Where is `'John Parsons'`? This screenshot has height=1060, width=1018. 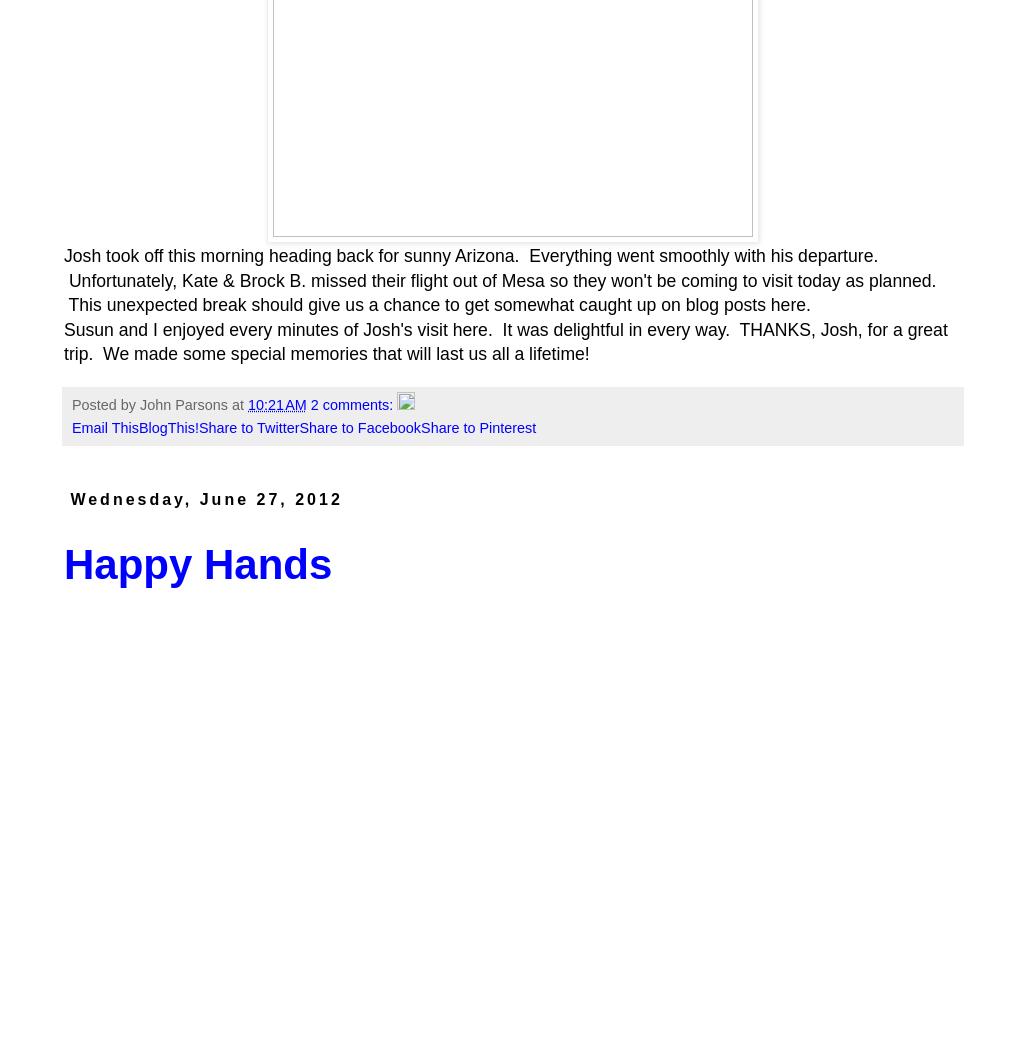 'John Parsons' is located at coordinates (183, 404).